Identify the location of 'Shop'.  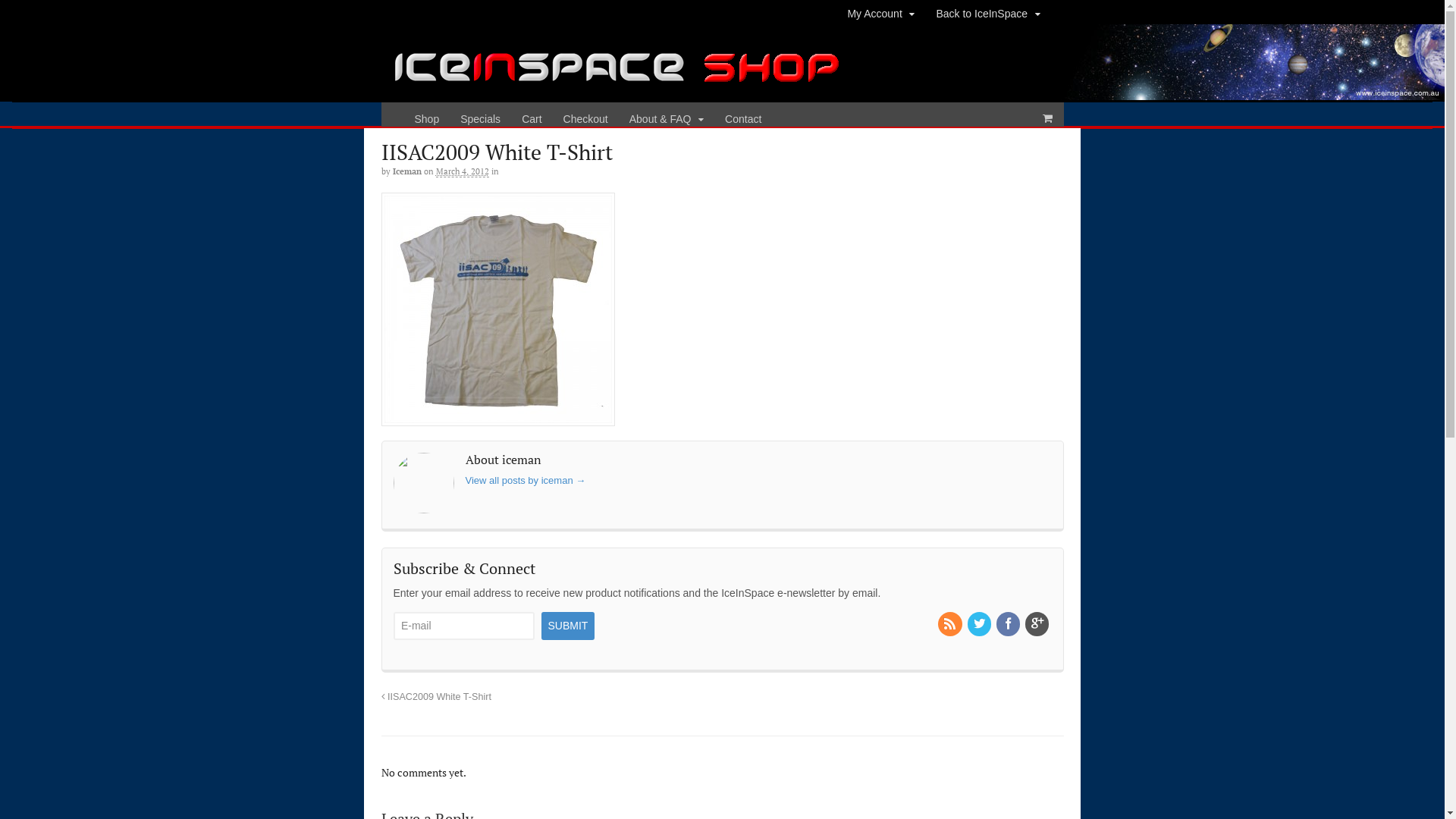
(403, 118).